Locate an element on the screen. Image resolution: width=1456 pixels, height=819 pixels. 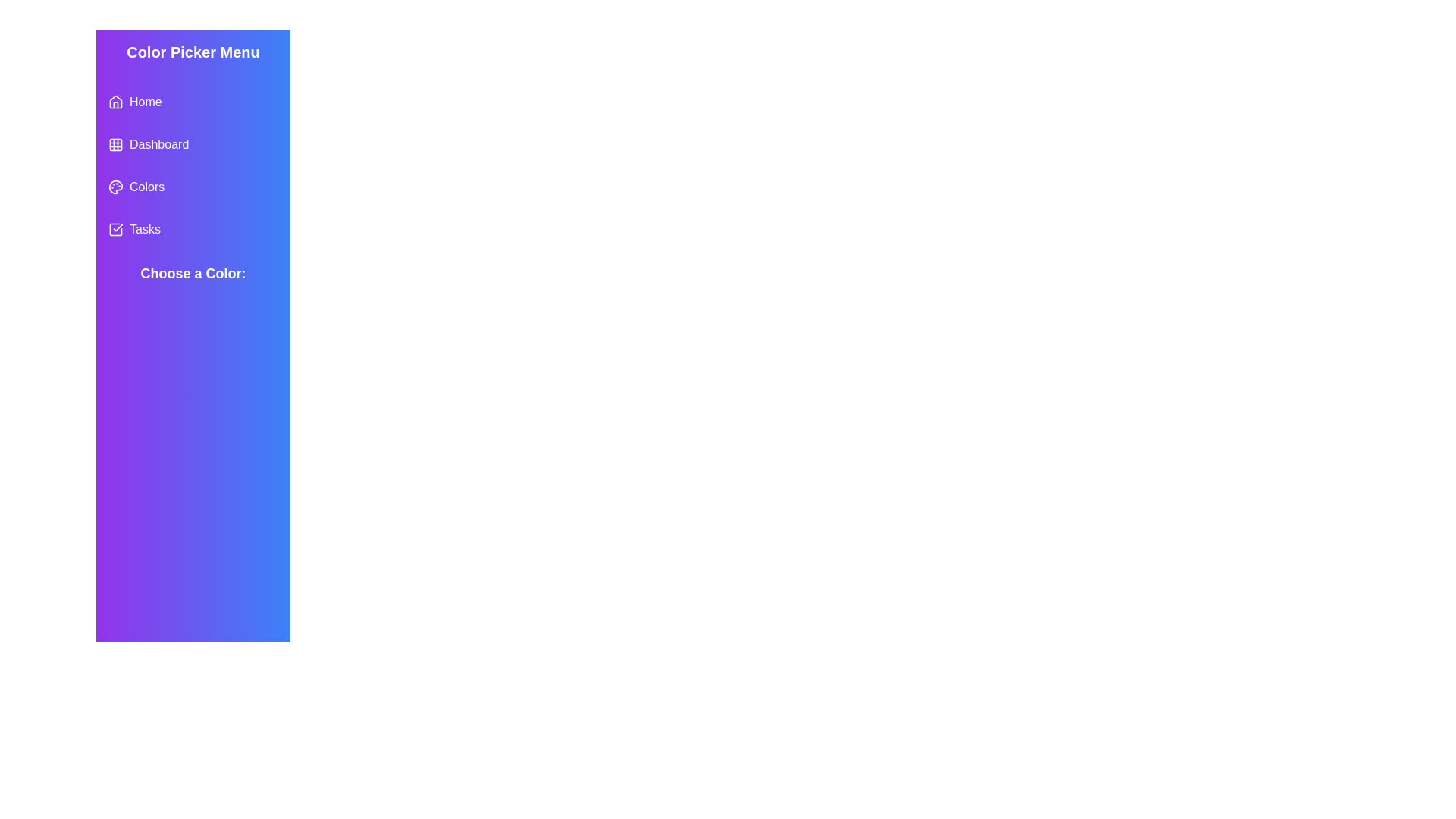
the circular indicator in the first row and second column of the grid layout, which serves as a color selection option is located at coordinates (182, 305).